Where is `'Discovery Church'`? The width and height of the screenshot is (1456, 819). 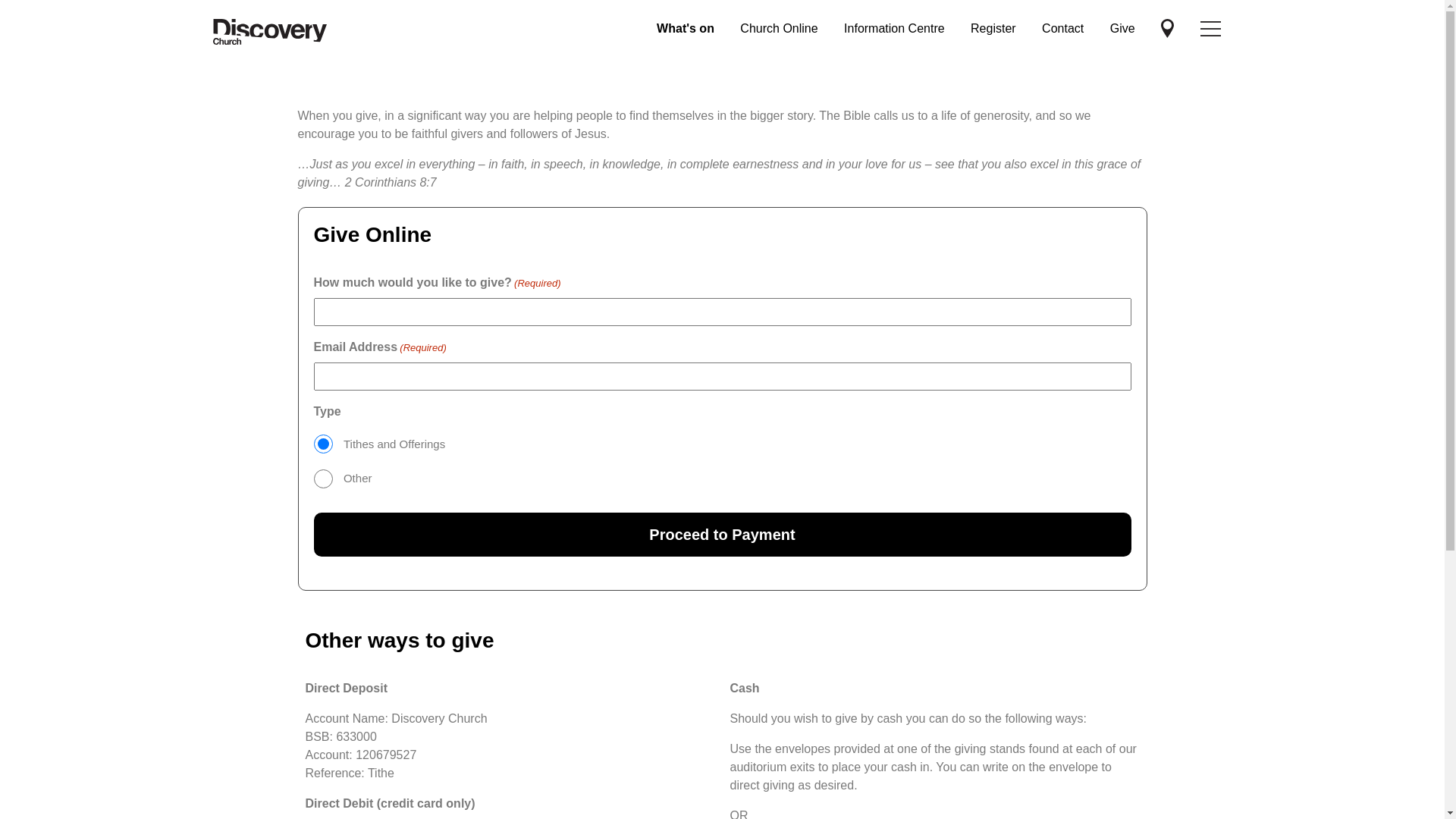
'Discovery Church' is located at coordinates (1209, 29).